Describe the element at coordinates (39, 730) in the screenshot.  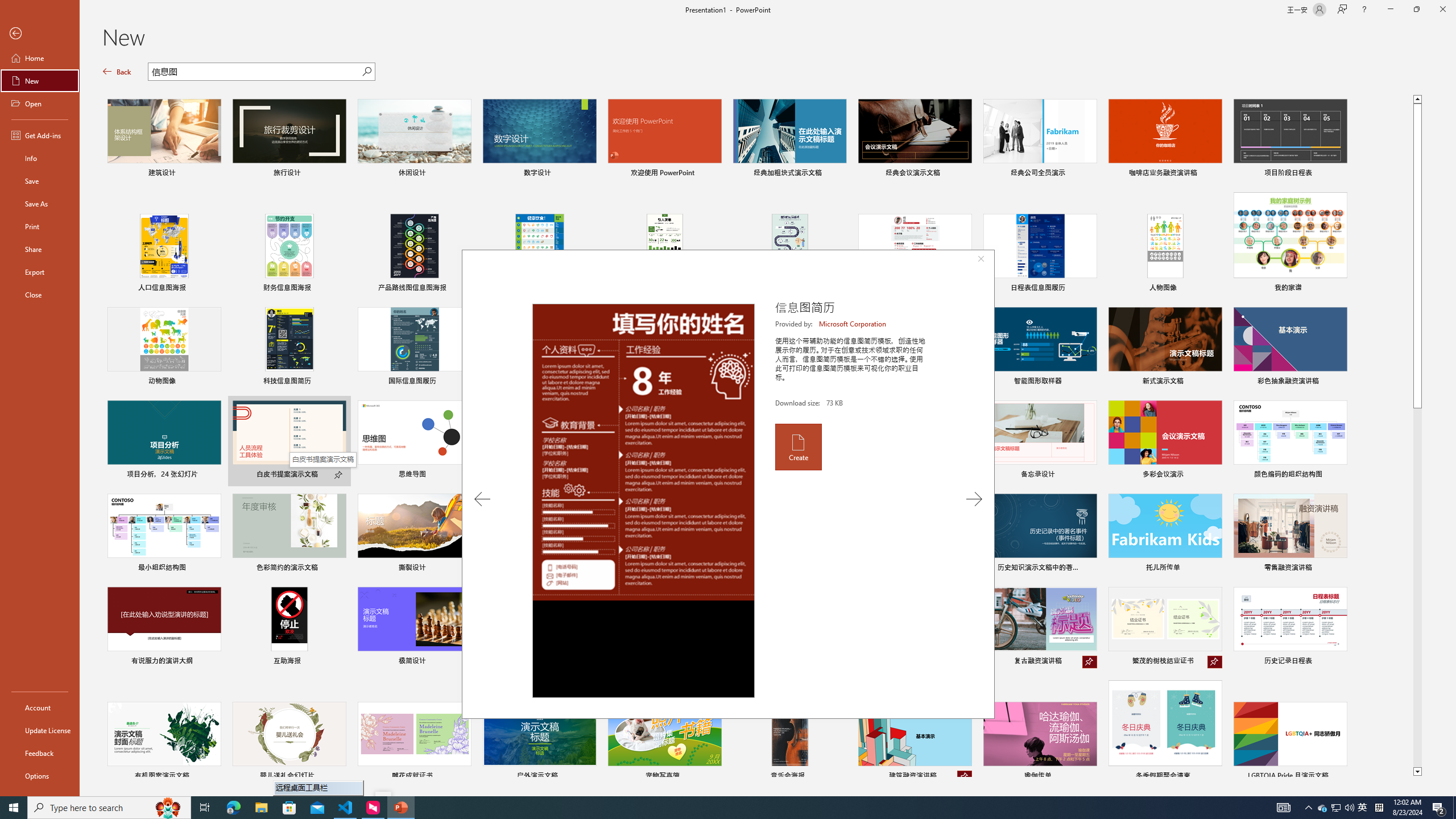
I see `'Update License'` at that location.